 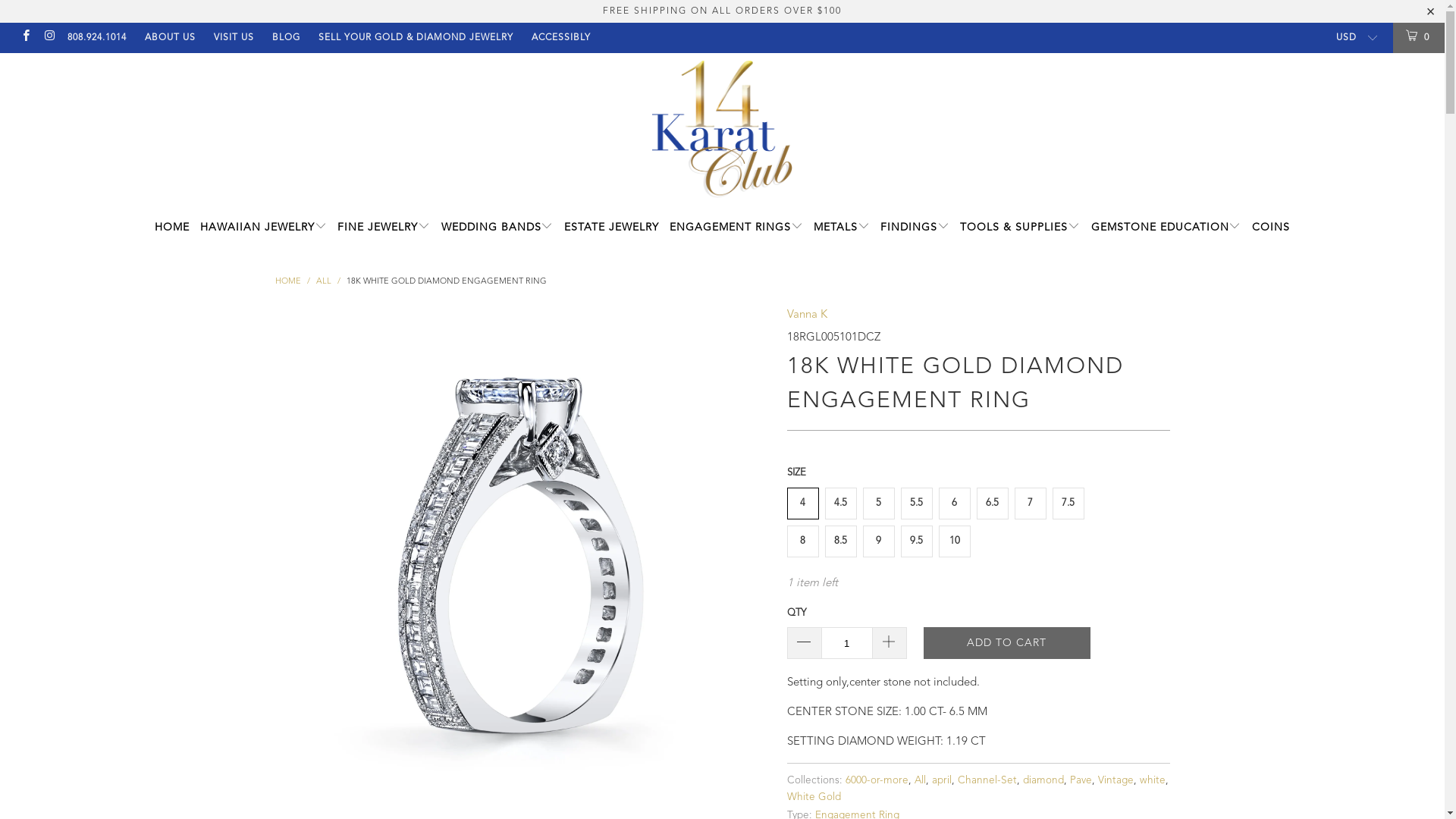 I want to click on 'HAWAIIAN JEWELRY', so click(x=263, y=227).